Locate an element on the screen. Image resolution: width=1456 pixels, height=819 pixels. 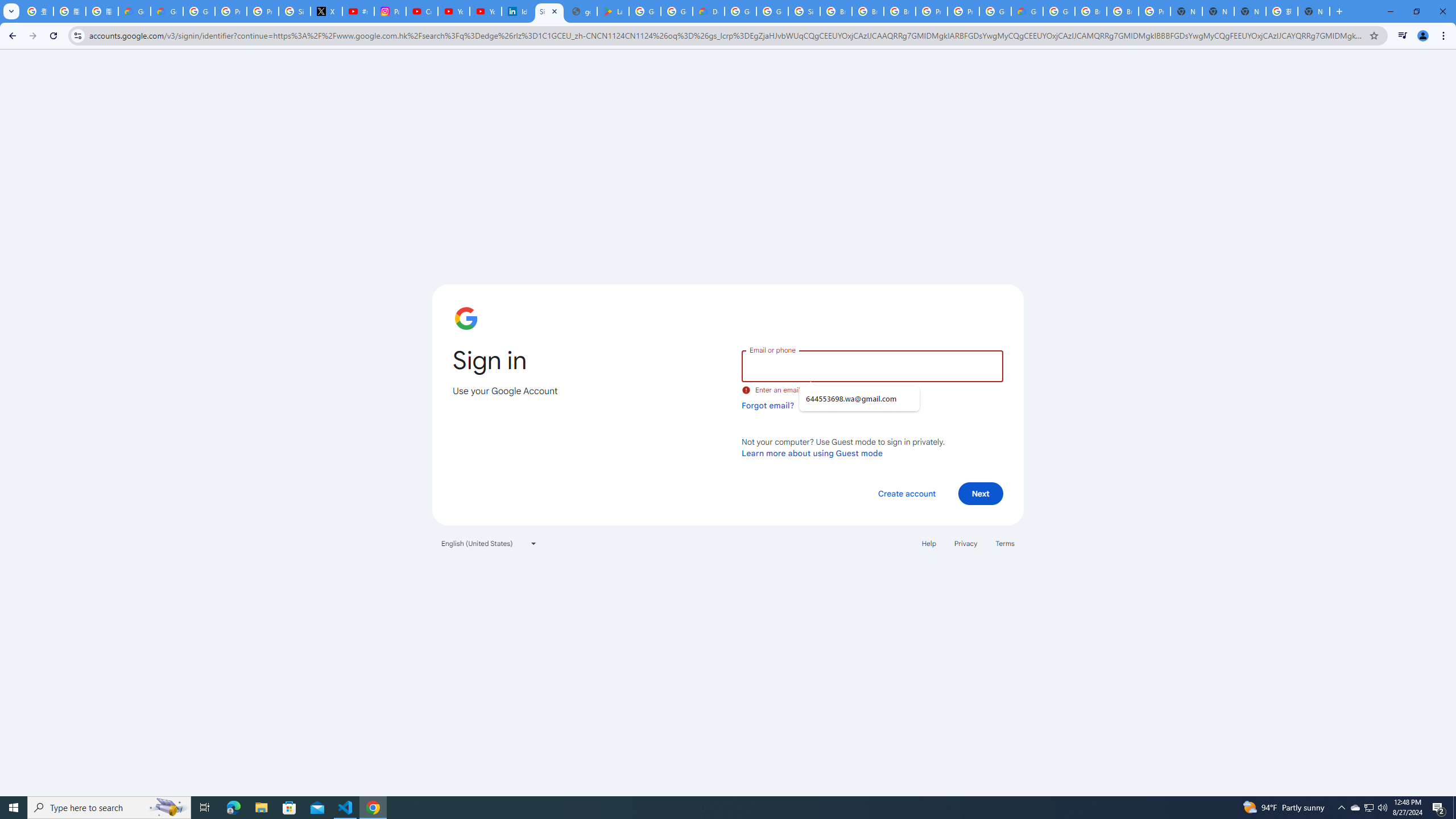
'Google Cloud Privacy Notice' is located at coordinates (134, 11).